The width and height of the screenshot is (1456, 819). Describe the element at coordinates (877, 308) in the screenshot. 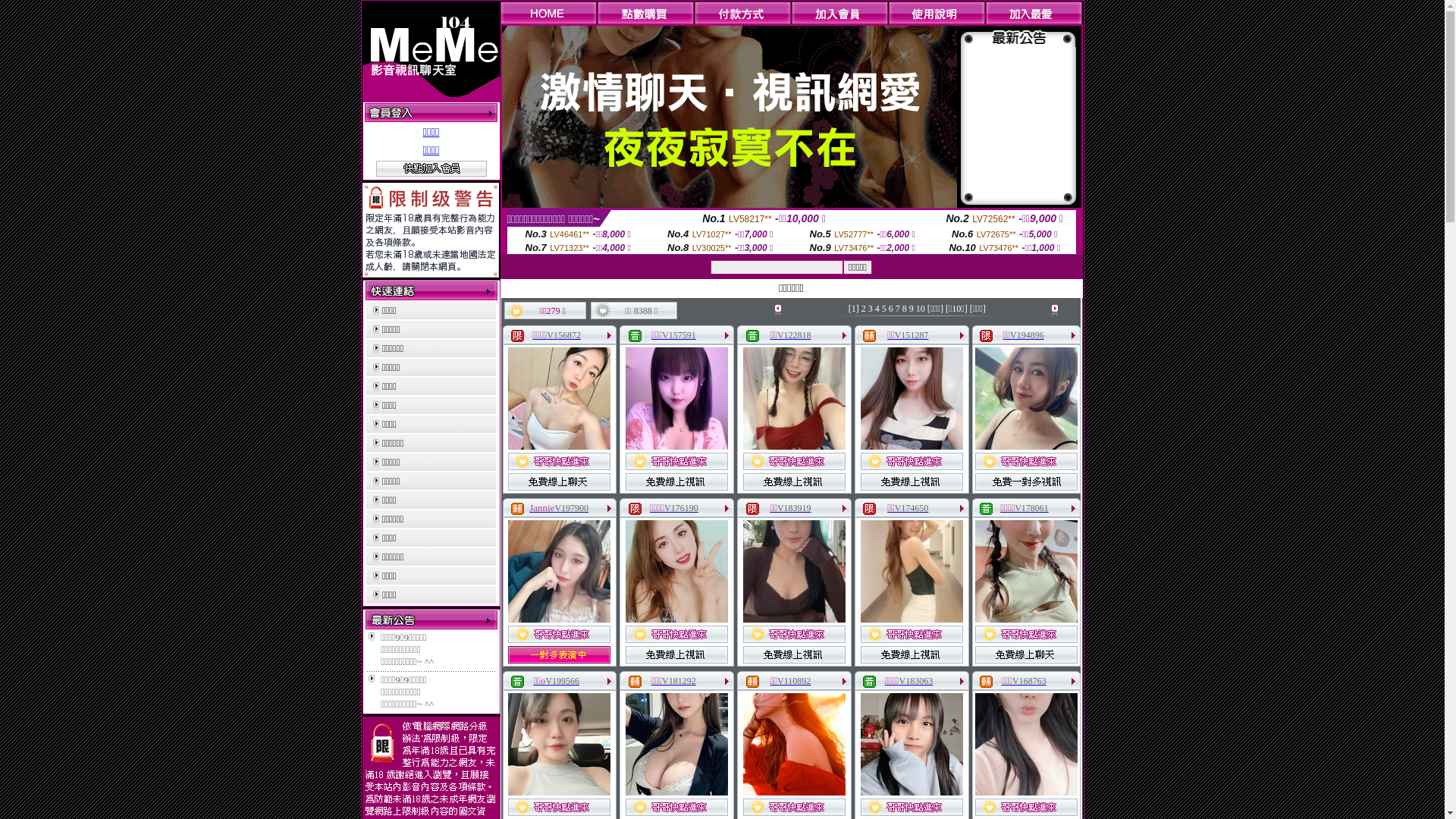

I see `'4'` at that location.